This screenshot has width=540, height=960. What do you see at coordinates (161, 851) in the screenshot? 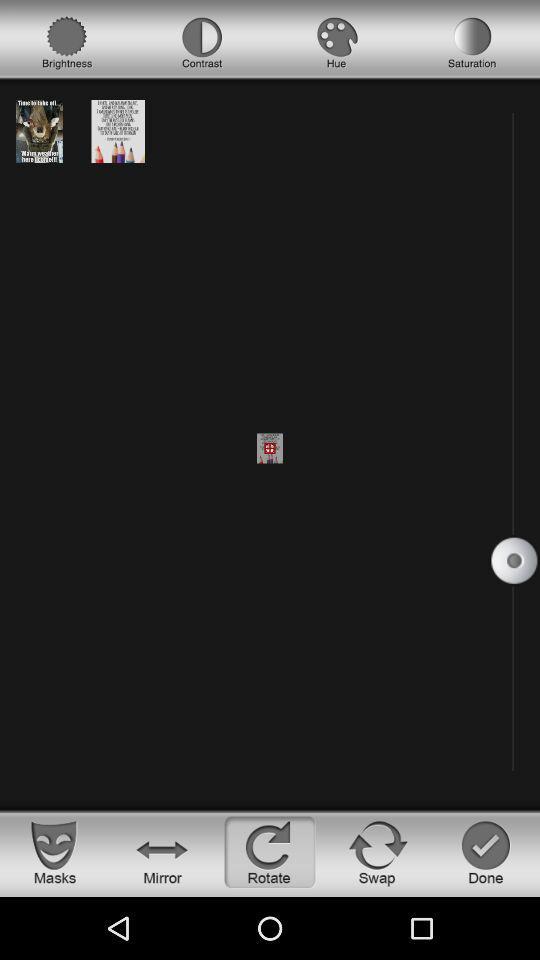
I see `mirror image` at bounding box center [161, 851].